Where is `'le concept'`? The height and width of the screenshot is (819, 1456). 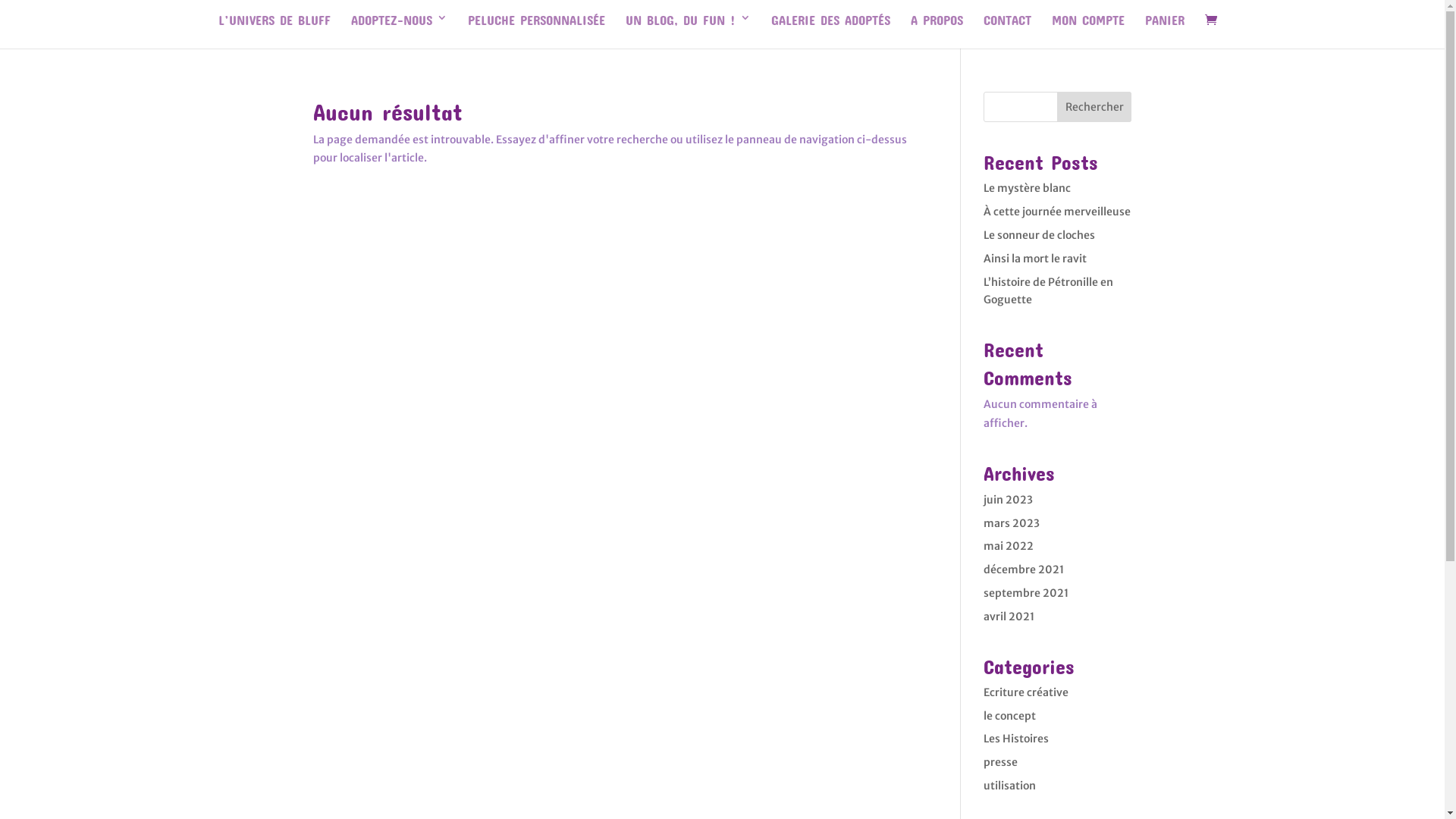 'le concept' is located at coordinates (1009, 716).